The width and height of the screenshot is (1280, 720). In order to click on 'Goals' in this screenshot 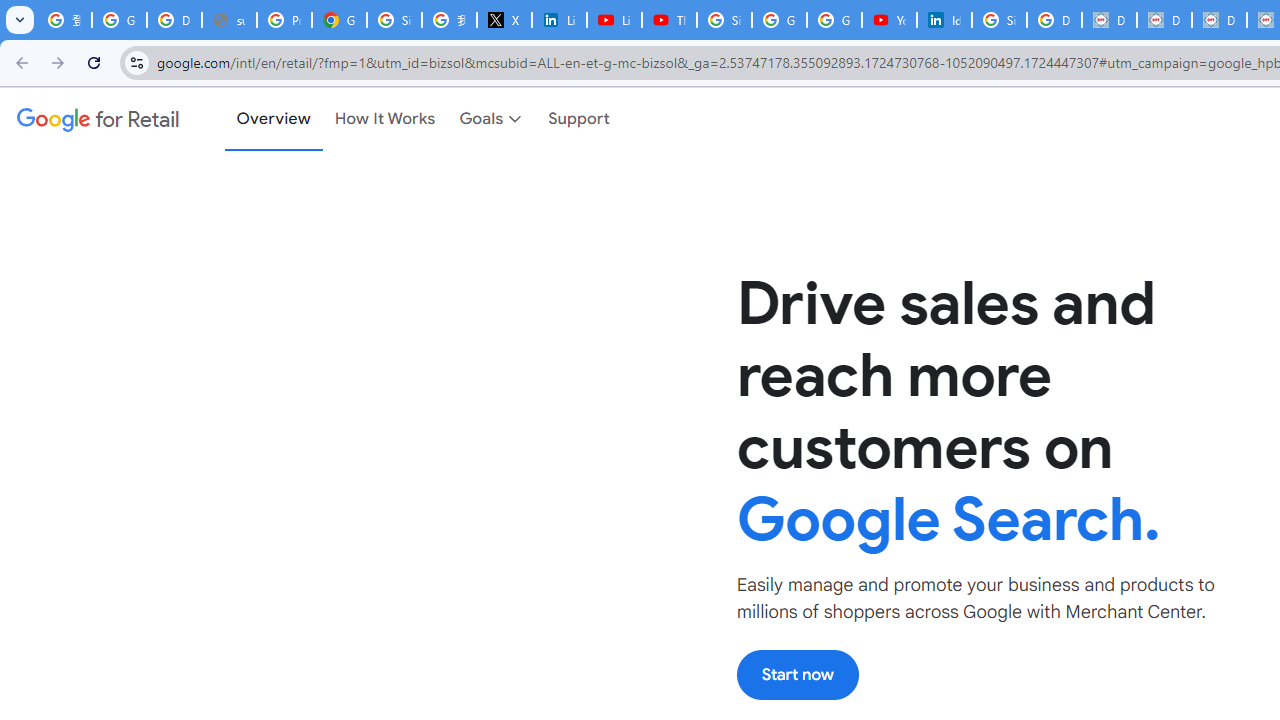, I will do `click(492, 119)`.